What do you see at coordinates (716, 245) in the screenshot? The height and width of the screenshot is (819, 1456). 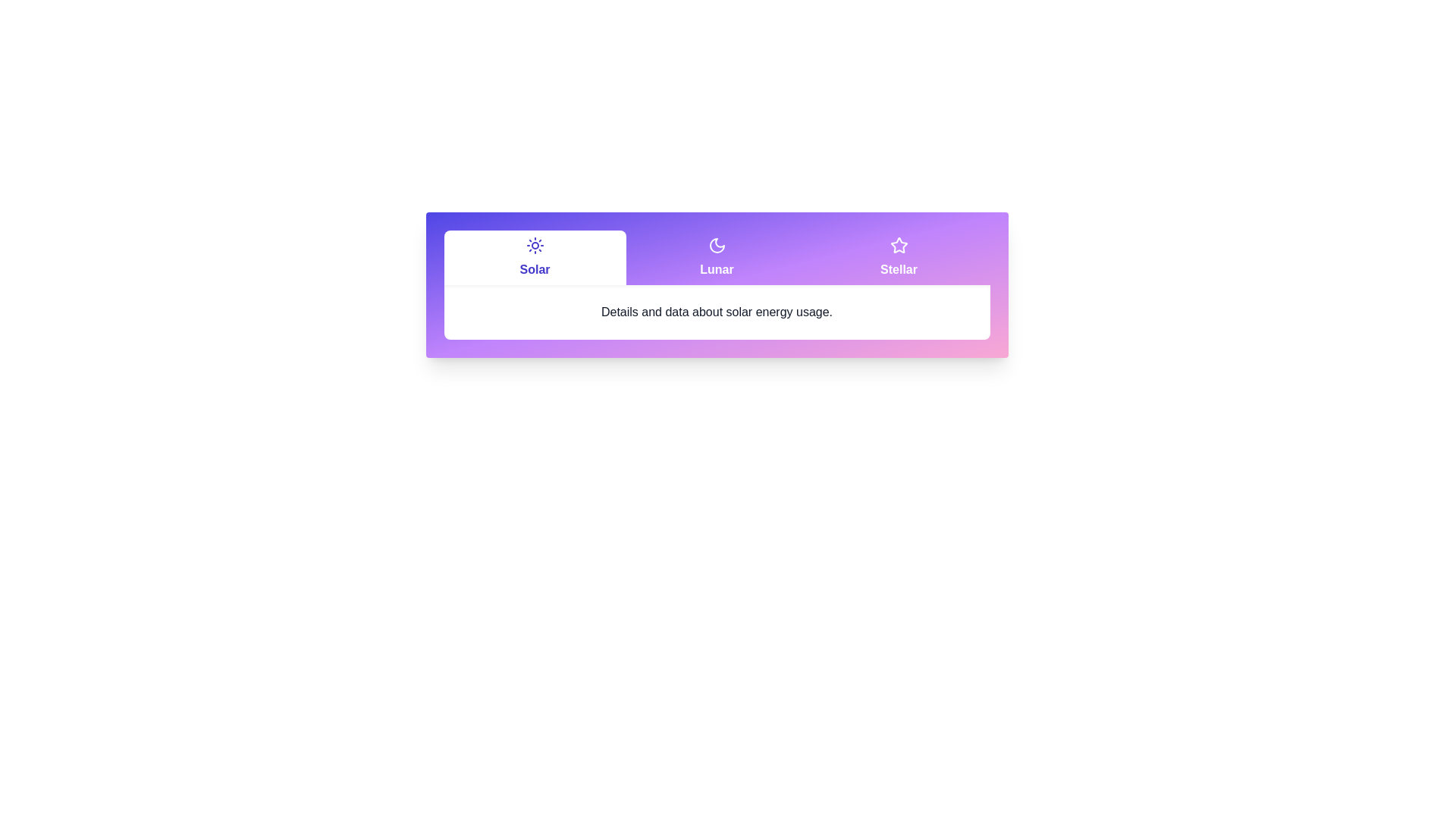 I see `the tab header icon corresponding to the Lunar tab` at bounding box center [716, 245].